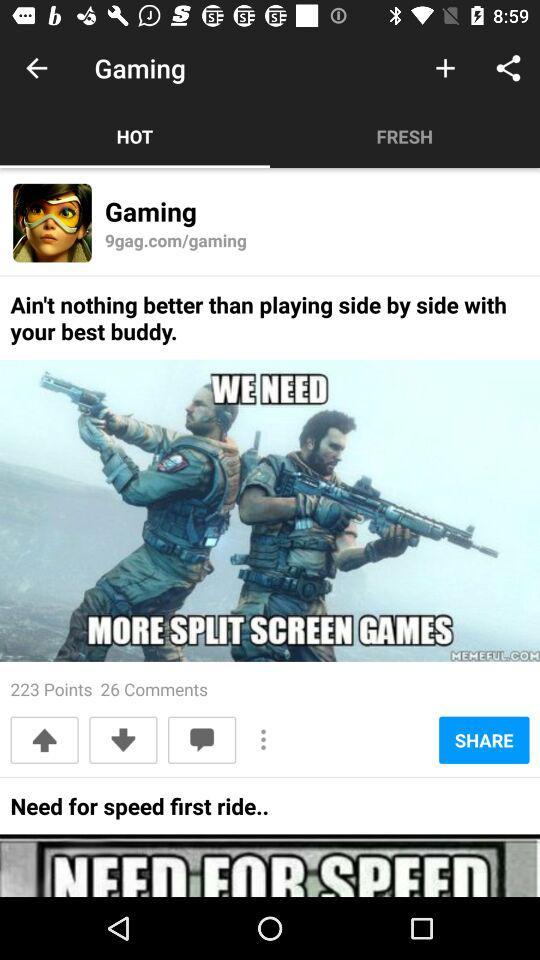 Image resolution: width=540 pixels, height=960 pixels. Describe the element at coordinates (138, 812) in the screenshot. I see `the need for speed icon` at that location.